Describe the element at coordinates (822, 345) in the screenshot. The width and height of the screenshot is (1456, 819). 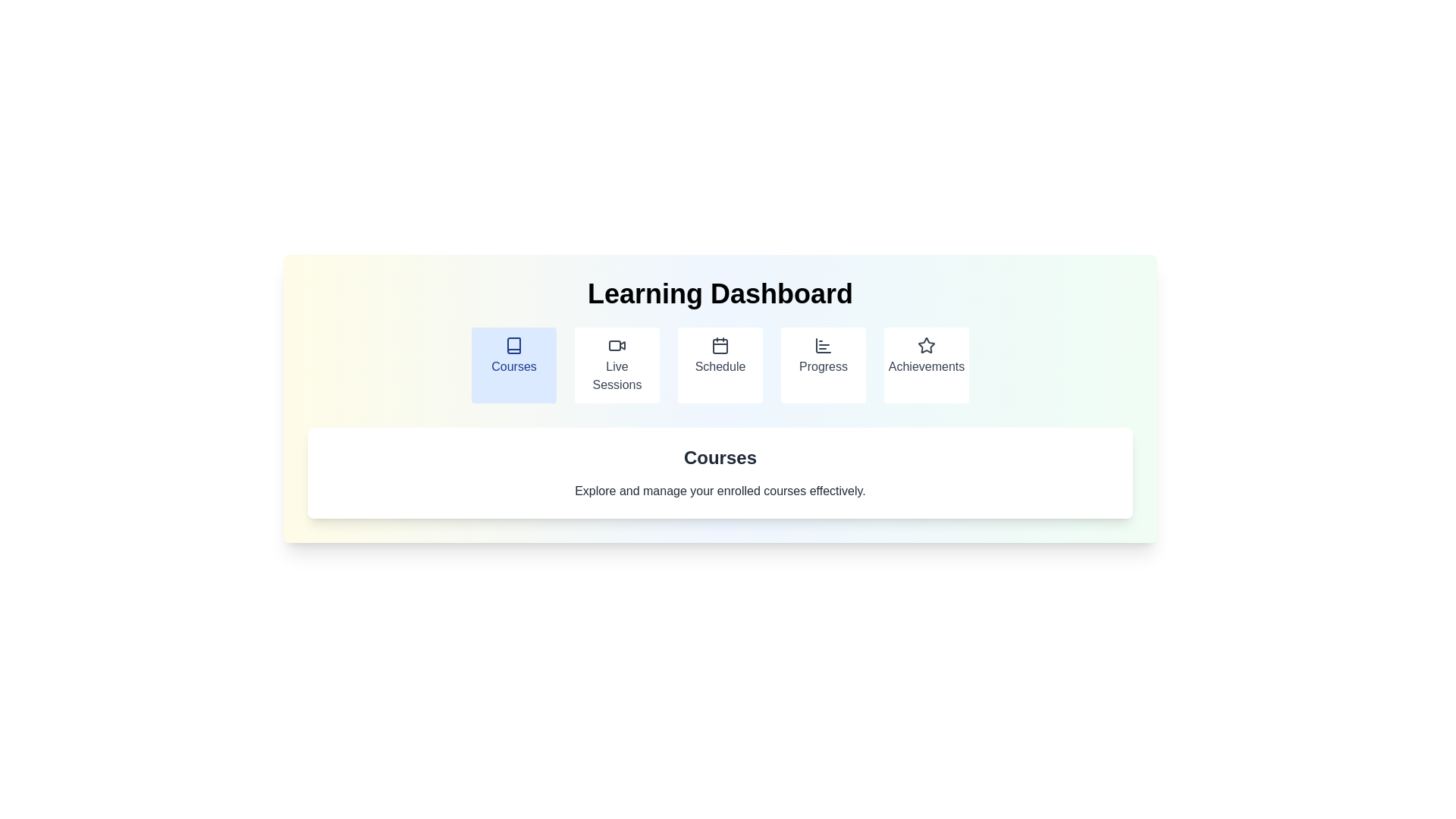
I see `the SVG bar chart icon located within the fourth box from the left under the 'Learning Dashboard' heading, which is vertically centered above the 'Progress' label` at that location.